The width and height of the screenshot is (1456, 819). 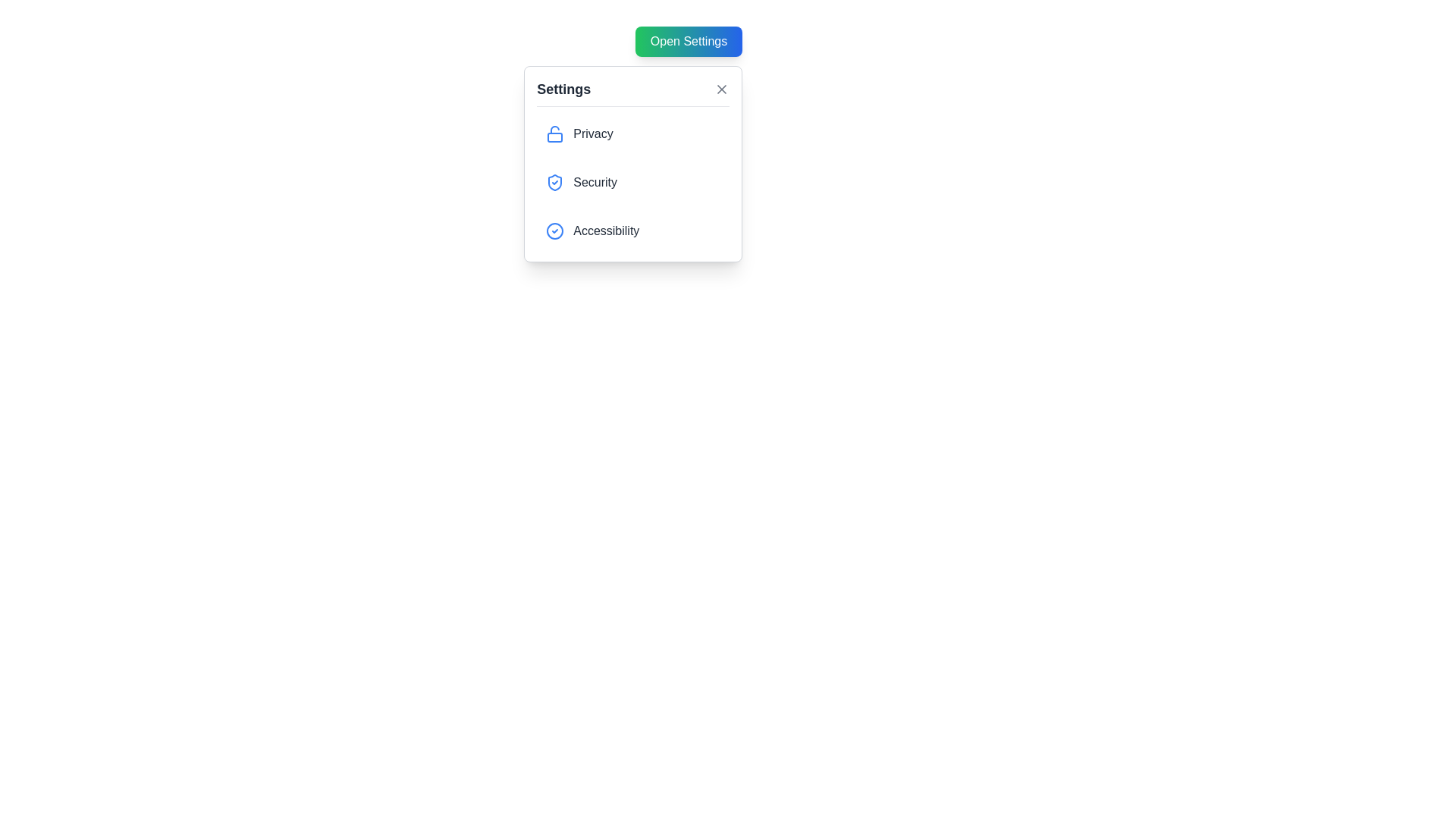 What do you see at coordinates (721, 89) in the screenshot?
I see `the close button located at the top-right corner of the 'Settings' modal dialog to observe hover effects` at bounding box center [721, 89].